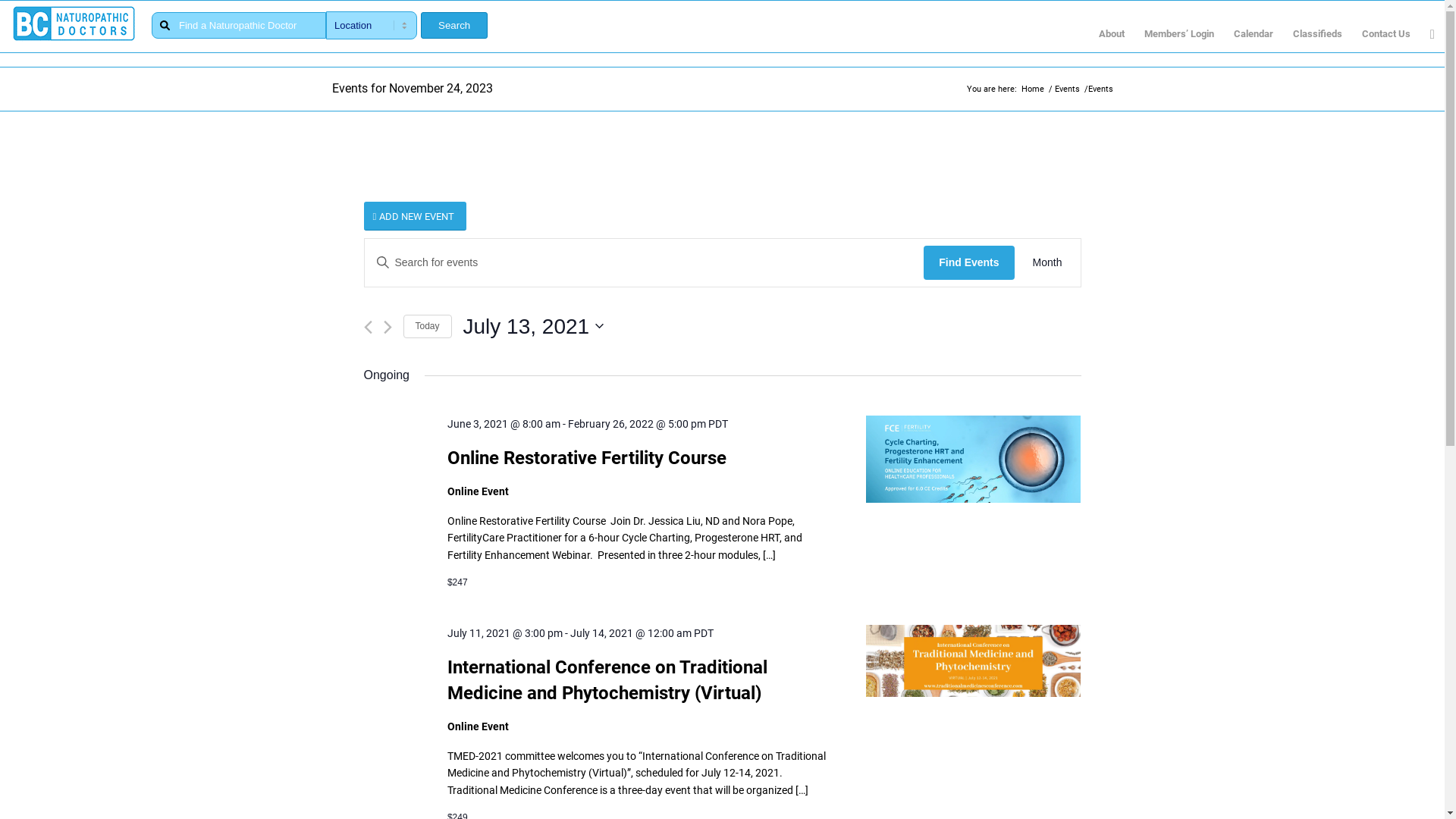  What do you see at coordinates (1316, 34) in the screenshot?
I see `'Classifieds'` at bounding box center [1316, 34].